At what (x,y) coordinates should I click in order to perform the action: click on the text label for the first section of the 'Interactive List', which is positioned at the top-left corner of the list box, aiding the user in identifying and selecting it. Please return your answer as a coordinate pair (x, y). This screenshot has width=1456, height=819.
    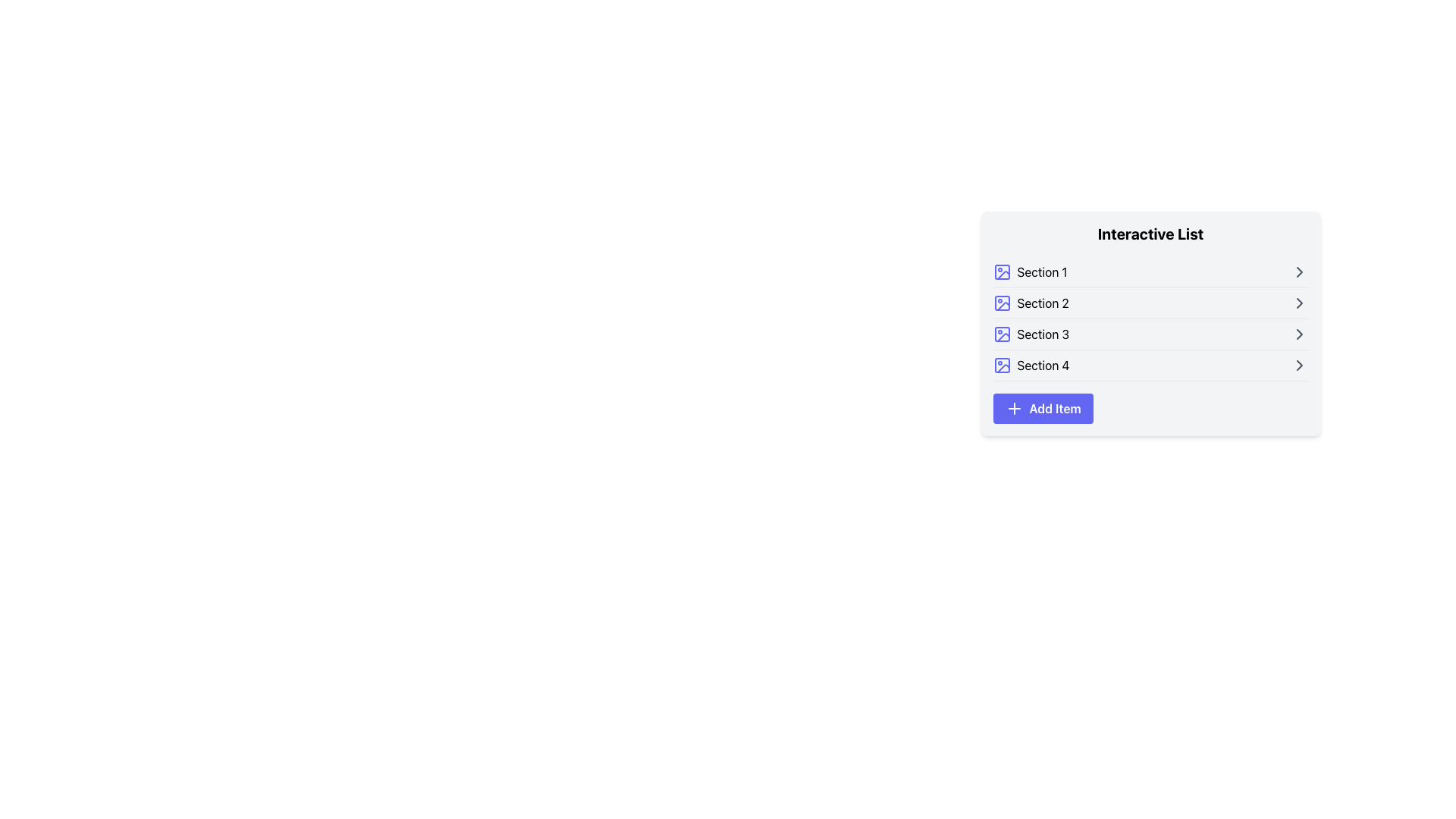
    Looking at the image, I should click on (1041, 271).